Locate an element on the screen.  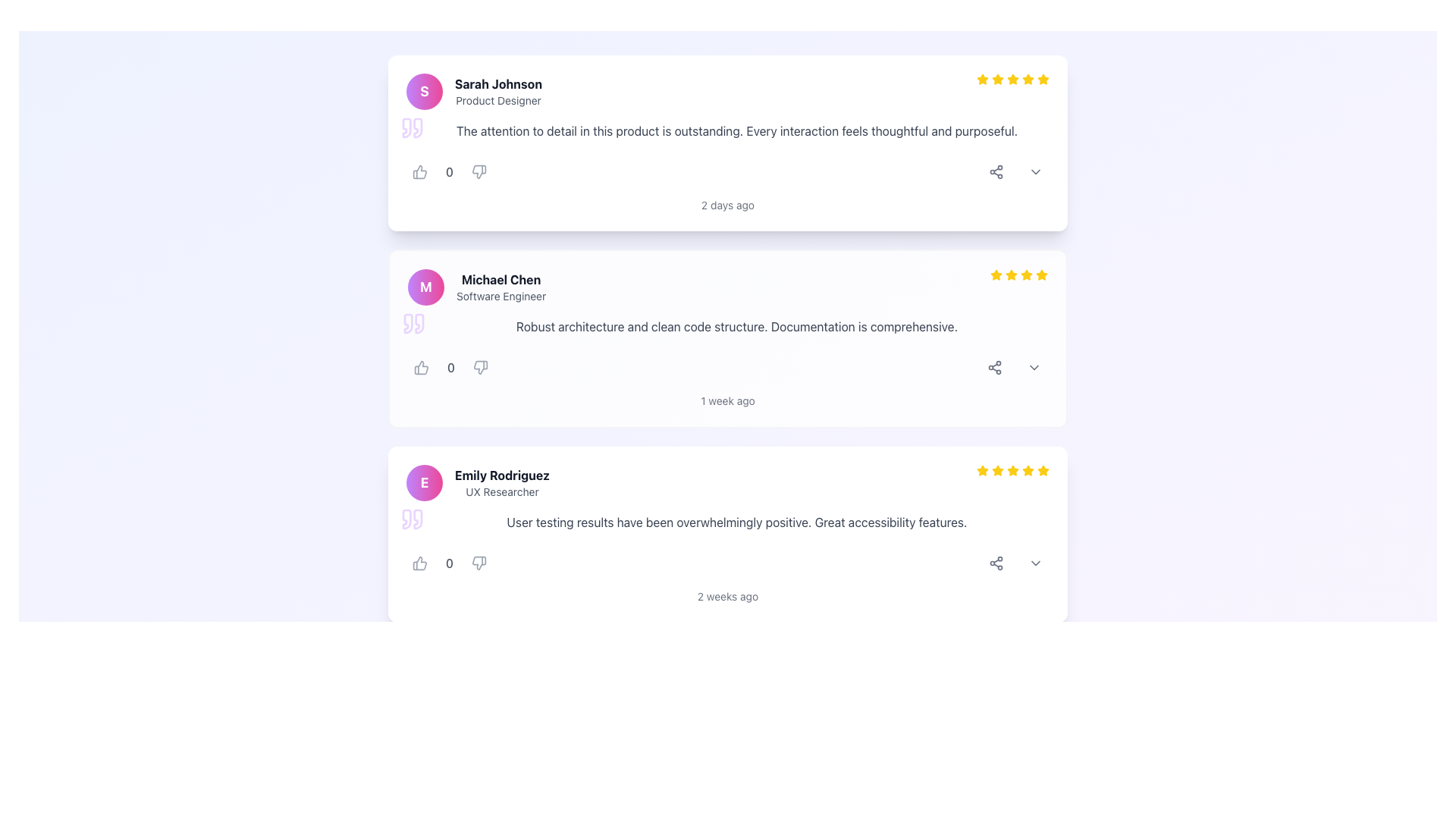
the first yellow star icon in the five-star rating component is located at coordinates (983, 79).